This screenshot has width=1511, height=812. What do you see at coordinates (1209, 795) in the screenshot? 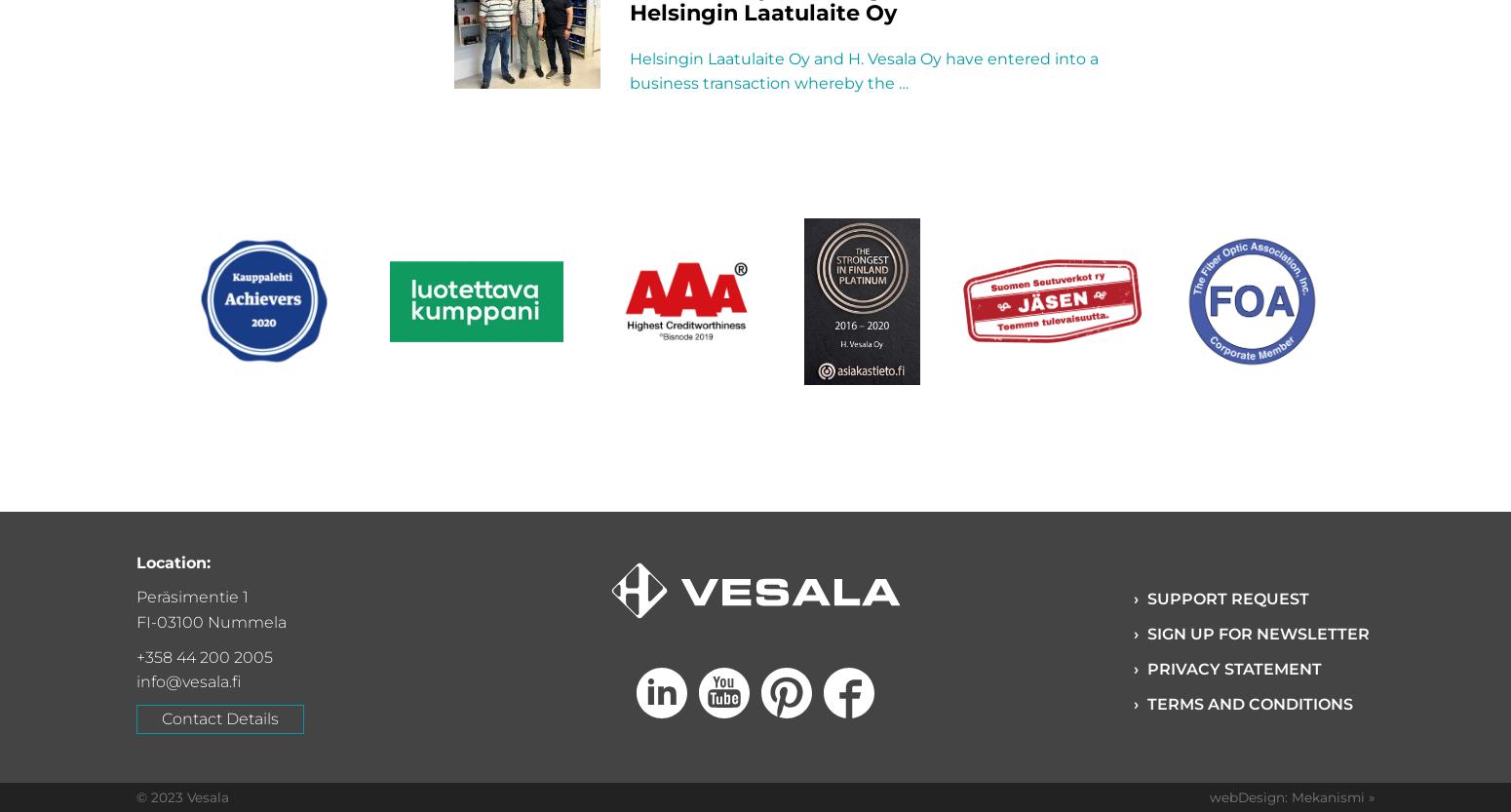
I see `'webDesign:'` at bounding box center [1209, 795].